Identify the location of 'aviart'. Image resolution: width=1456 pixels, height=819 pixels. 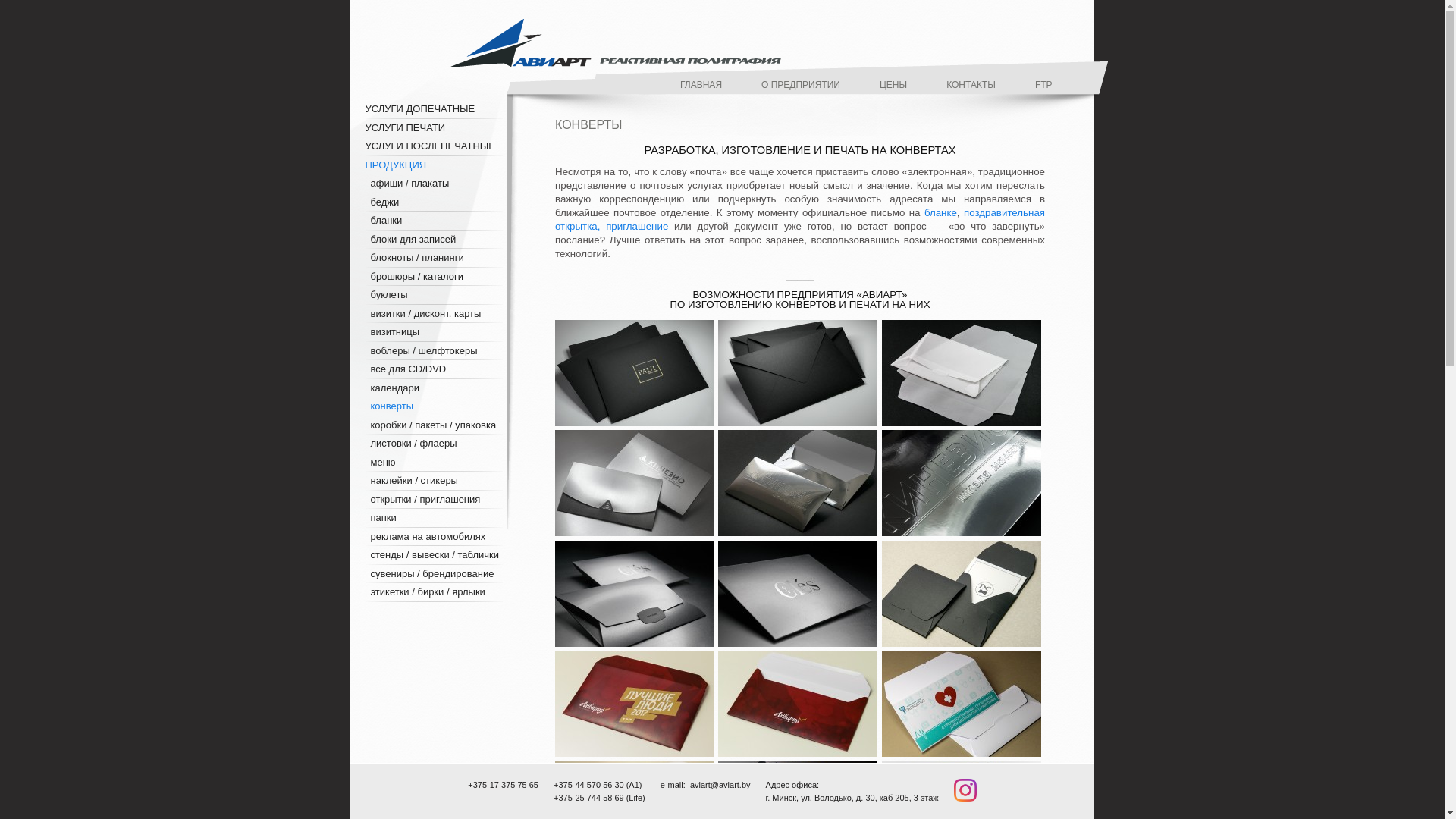
(615, 42).